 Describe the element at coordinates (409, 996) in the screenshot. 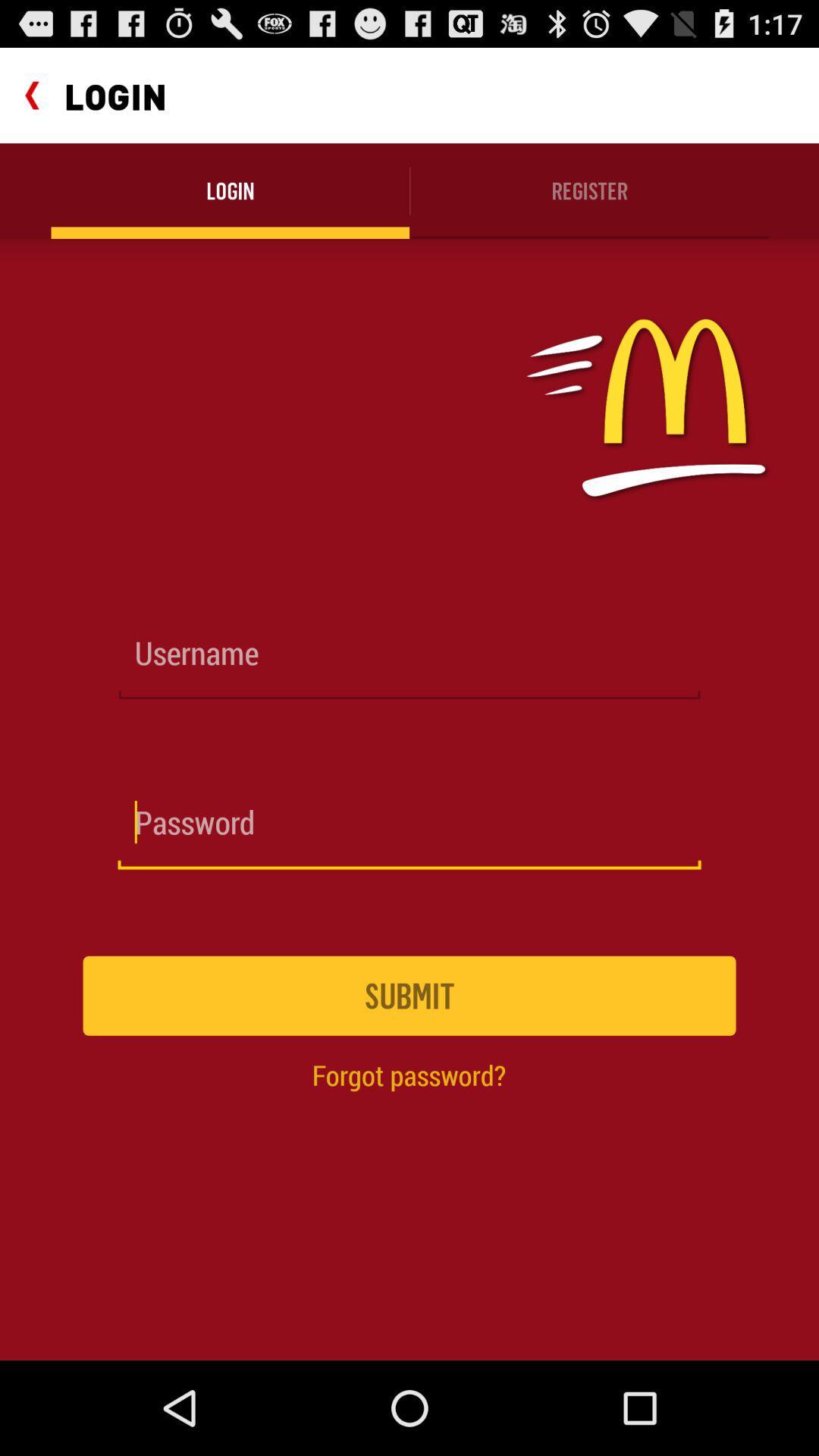

I see `submit item` at that location.